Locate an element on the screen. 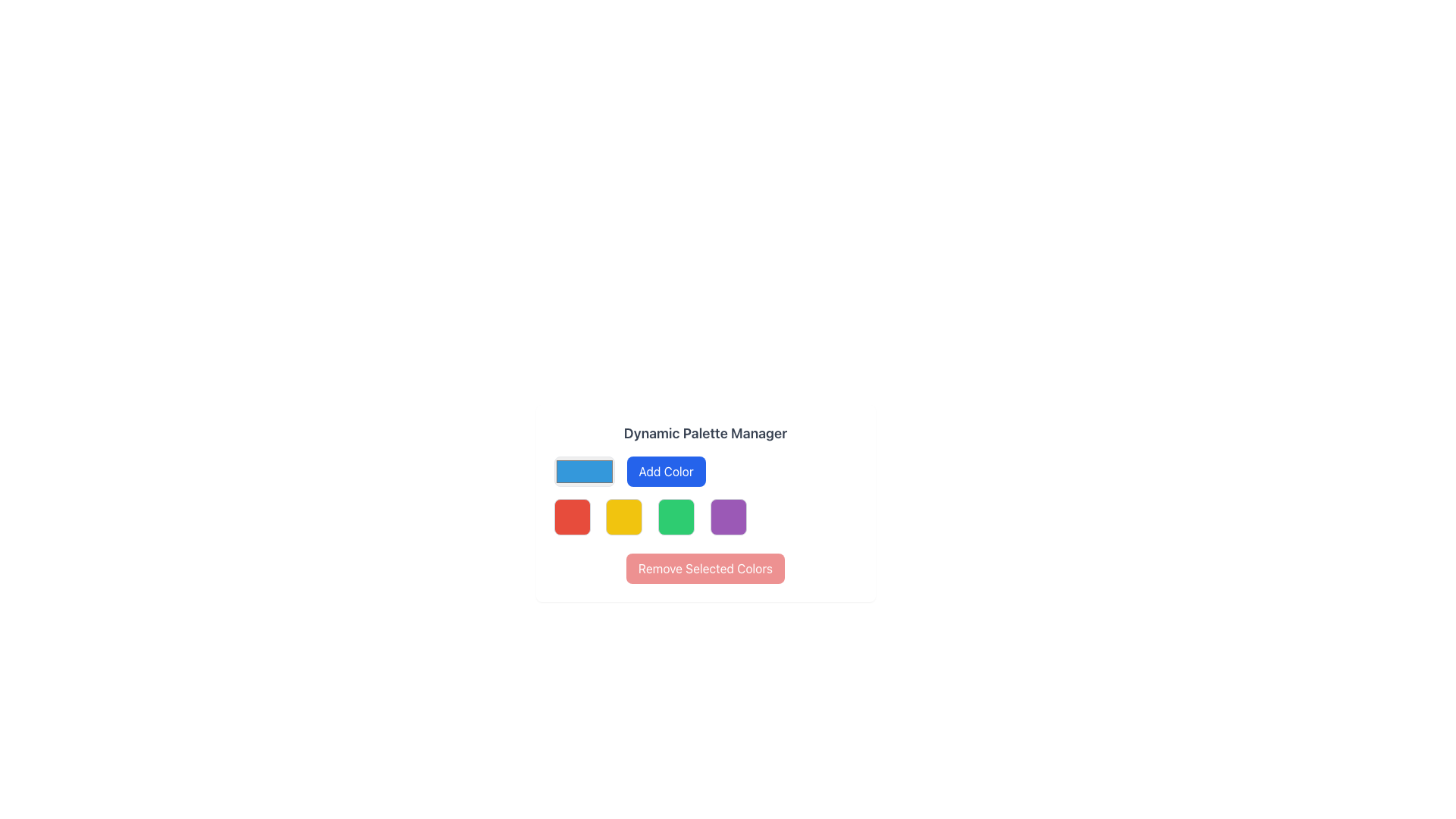 This screenshot has height=819, width=1456. the fourth color tile in the horizontal grid is located at coordinates (728, 516).